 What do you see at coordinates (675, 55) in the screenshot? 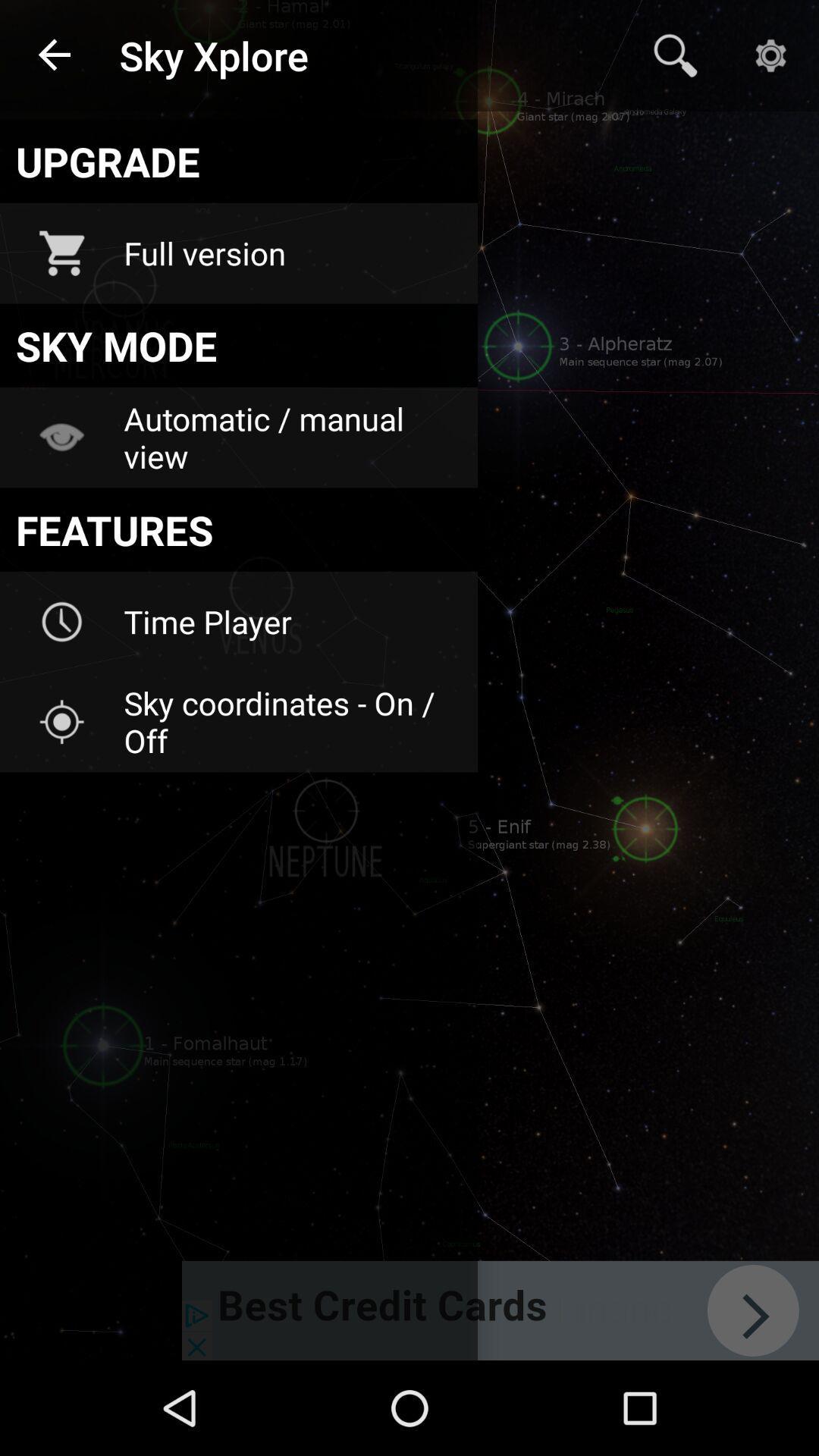
I see `the icon to the right of the sky xplore icon` at bounding box center [675, 55].